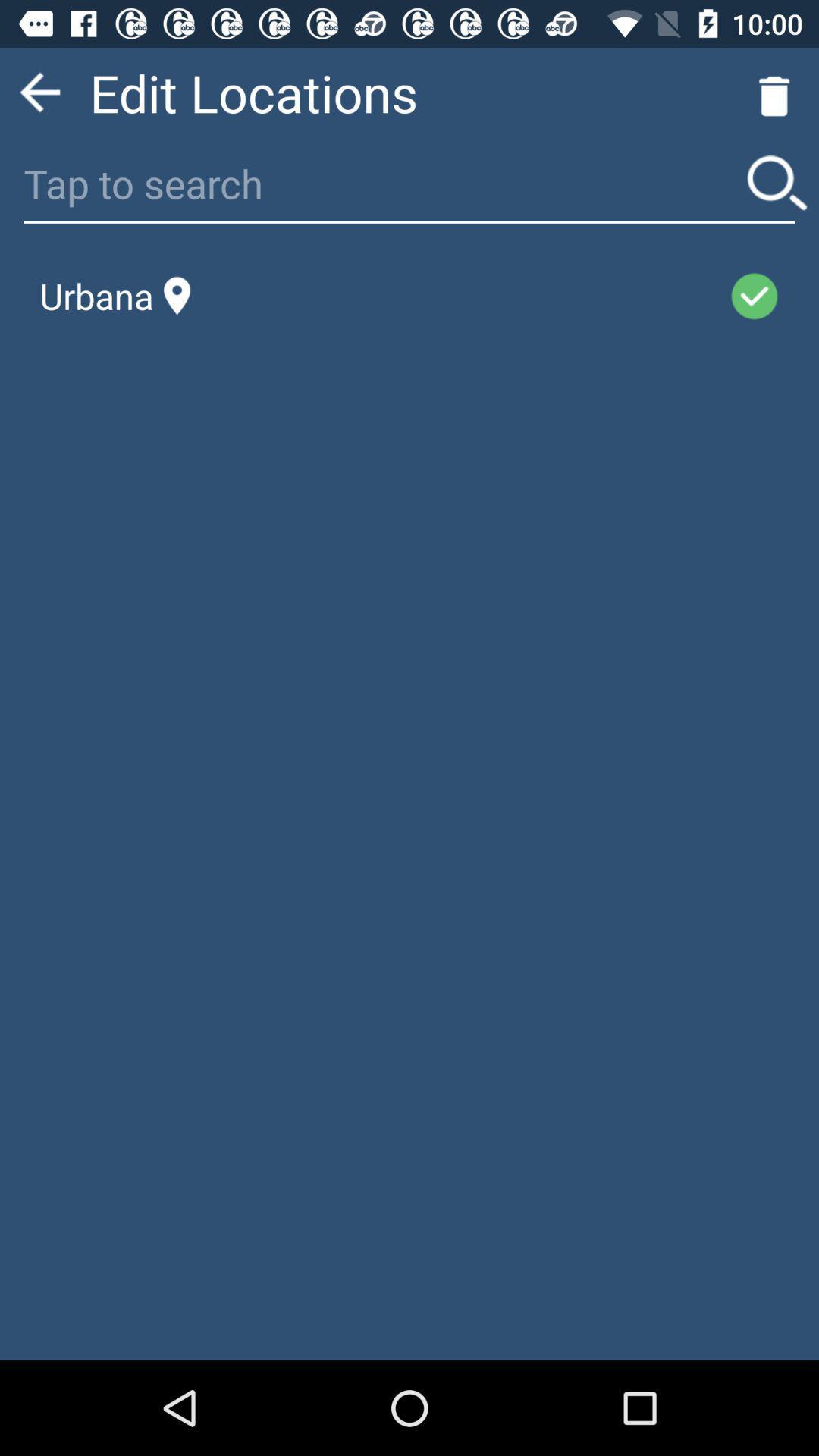 Image resolution: width=819 pixels, height=1456 pixels. Describe the element at coordinates (459, 296) in the screenshot. I see `the icon to the right of the urbana item` at that location.